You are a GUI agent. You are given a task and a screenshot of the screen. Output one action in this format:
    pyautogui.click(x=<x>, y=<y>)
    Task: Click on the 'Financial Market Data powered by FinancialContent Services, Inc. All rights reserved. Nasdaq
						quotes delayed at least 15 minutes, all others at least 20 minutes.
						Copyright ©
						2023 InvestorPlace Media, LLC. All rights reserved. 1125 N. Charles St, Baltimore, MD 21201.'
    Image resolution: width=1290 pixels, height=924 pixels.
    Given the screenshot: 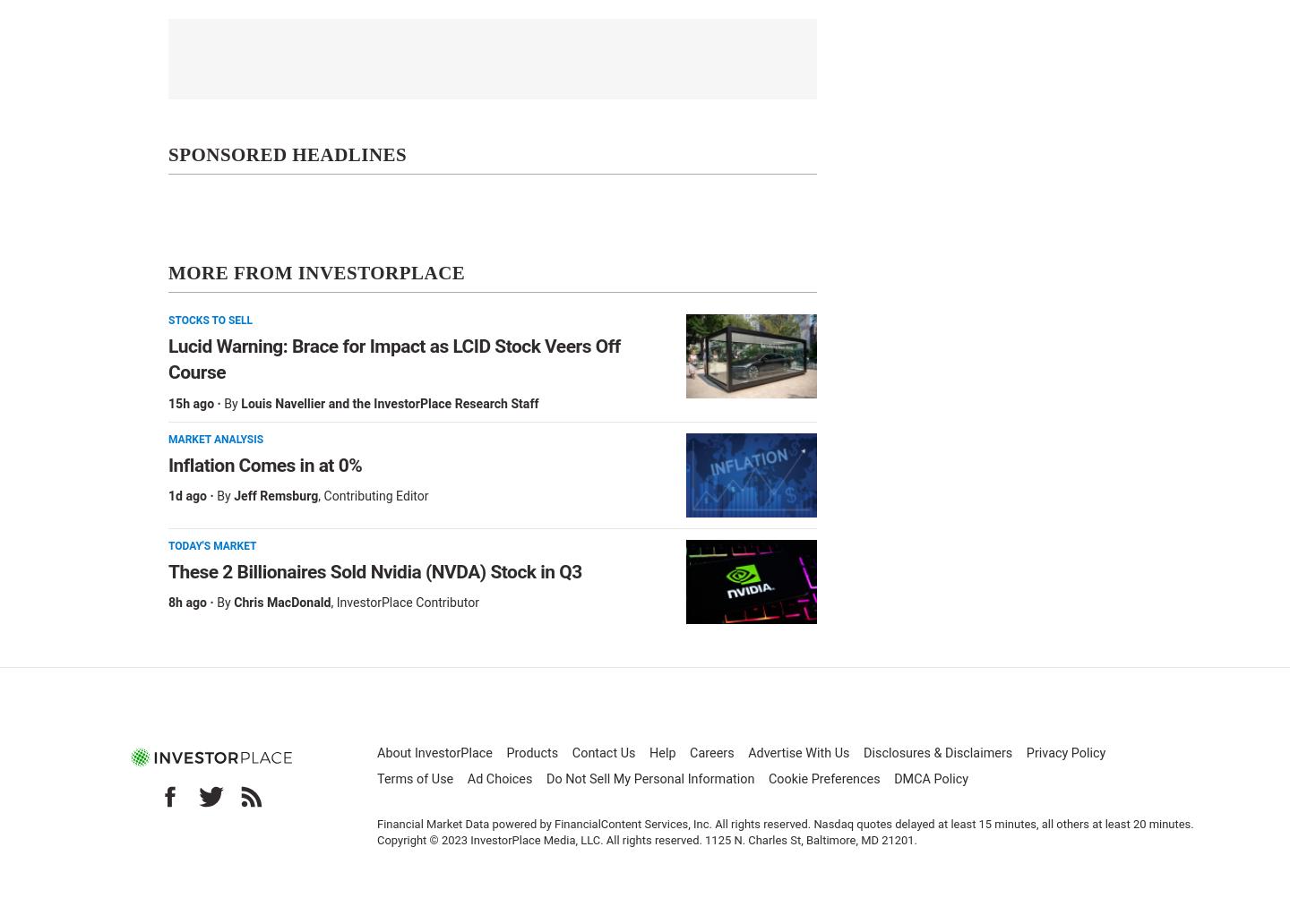 What is the action you would take?
    pyautogui.click(x=784, y=831)
    